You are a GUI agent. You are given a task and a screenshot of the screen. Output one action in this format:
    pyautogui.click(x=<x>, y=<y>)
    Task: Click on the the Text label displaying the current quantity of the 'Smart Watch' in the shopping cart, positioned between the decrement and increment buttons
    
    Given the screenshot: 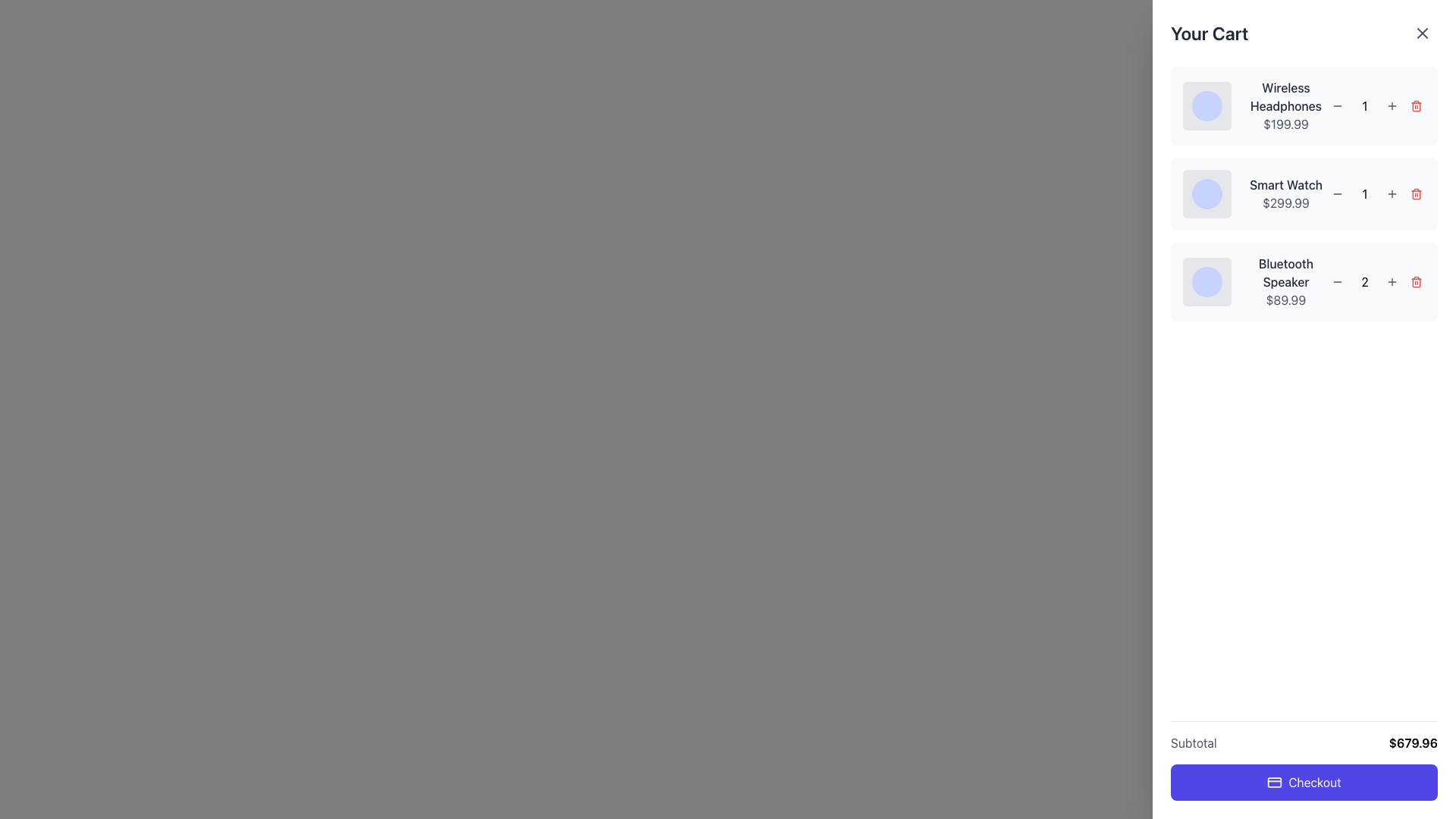 What is the action you would take?
    pyautogui.click(x=1365, y=193)
    